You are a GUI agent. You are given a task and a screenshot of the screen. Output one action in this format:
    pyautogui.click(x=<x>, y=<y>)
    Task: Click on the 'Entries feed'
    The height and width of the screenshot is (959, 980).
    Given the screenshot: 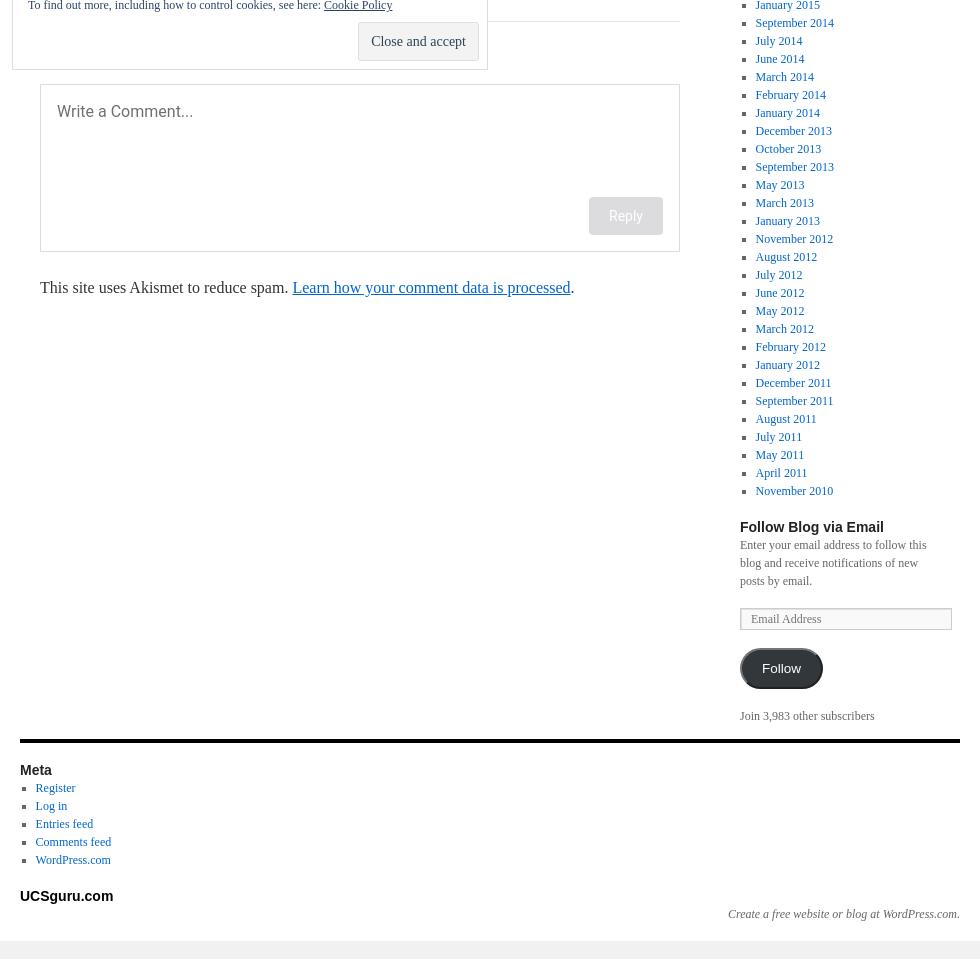 What is the action you would take?
    pyautogui.click(x=62, y=822)
    